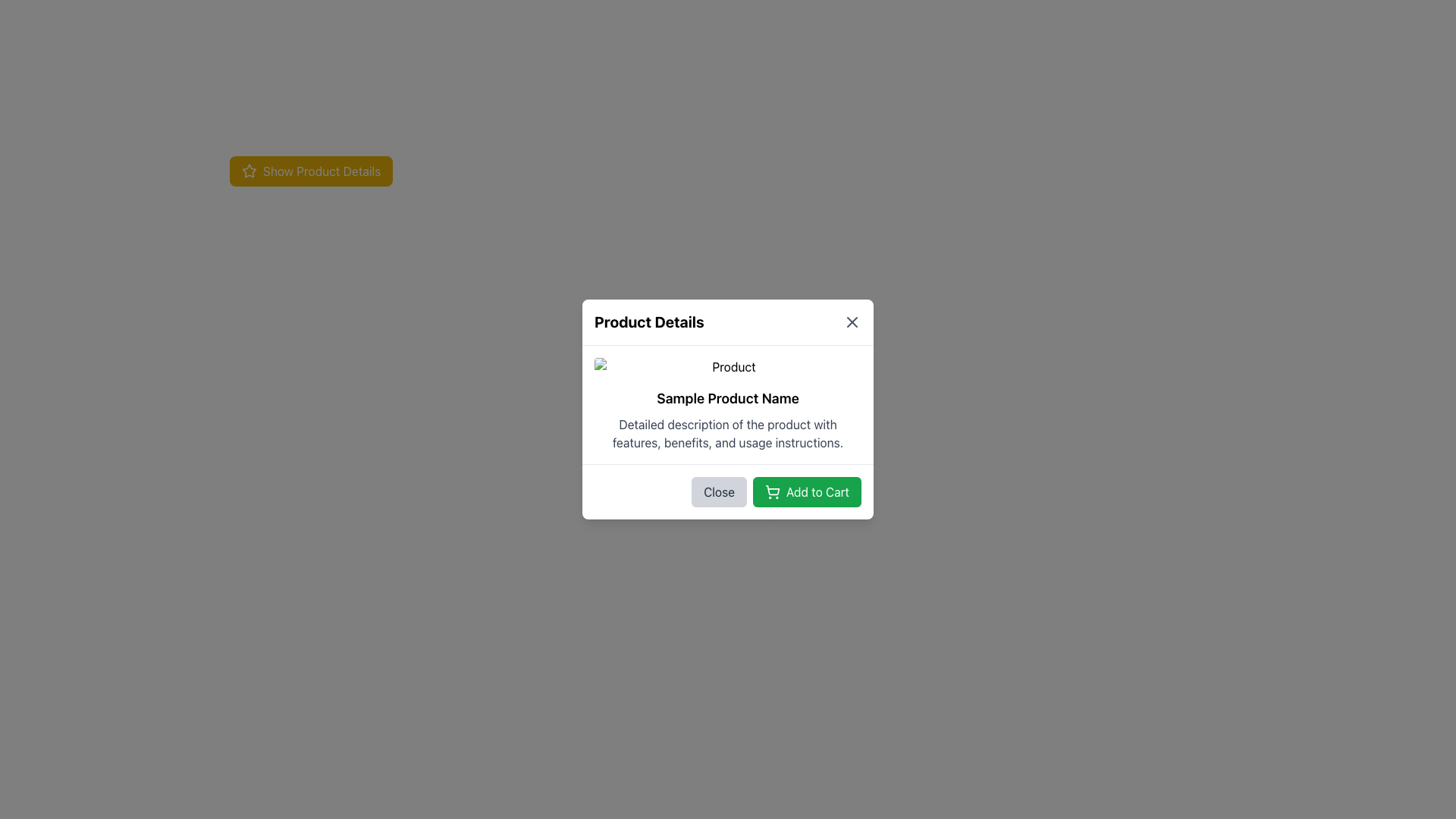 This screenshot has width=1456, height=819. Describe the element at coordinates (852, 321) in the screenshot. I see `the small 'X' shaped icon located at the top-right corner of the 'Product Details' modal` at that location.